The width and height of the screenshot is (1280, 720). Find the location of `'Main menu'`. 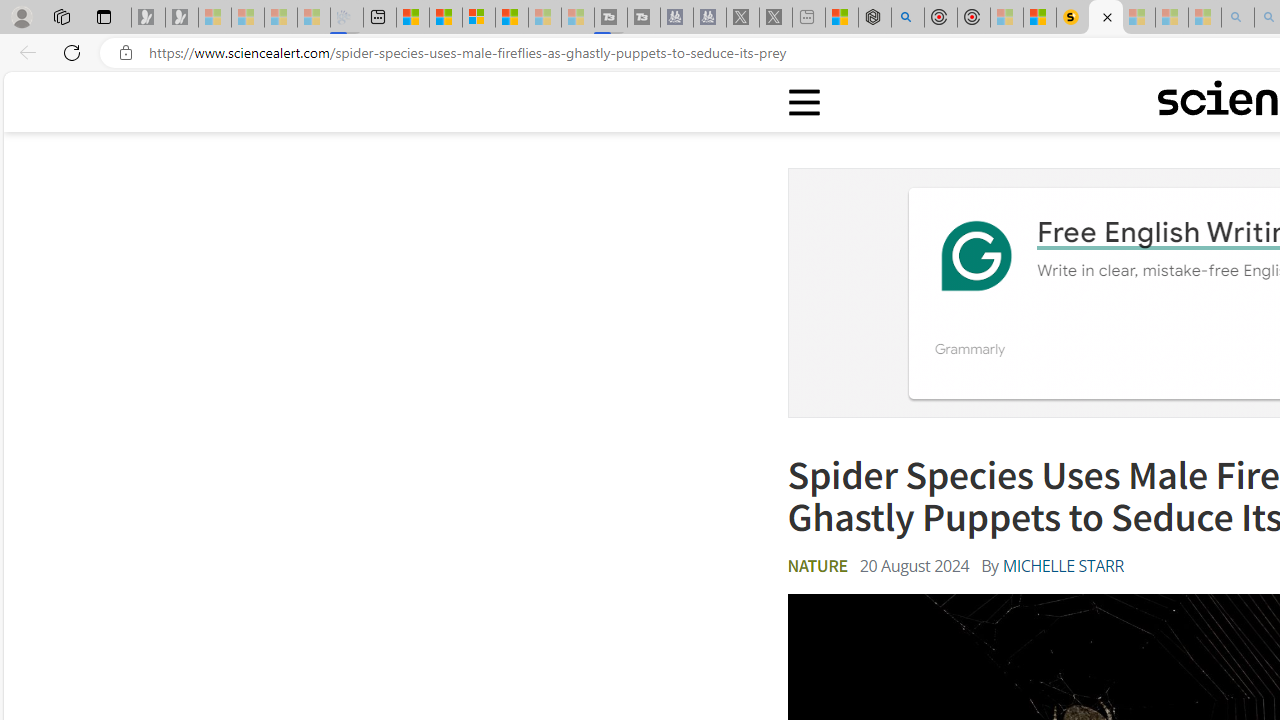

'Main menu' is located at coordinates (805, 102).